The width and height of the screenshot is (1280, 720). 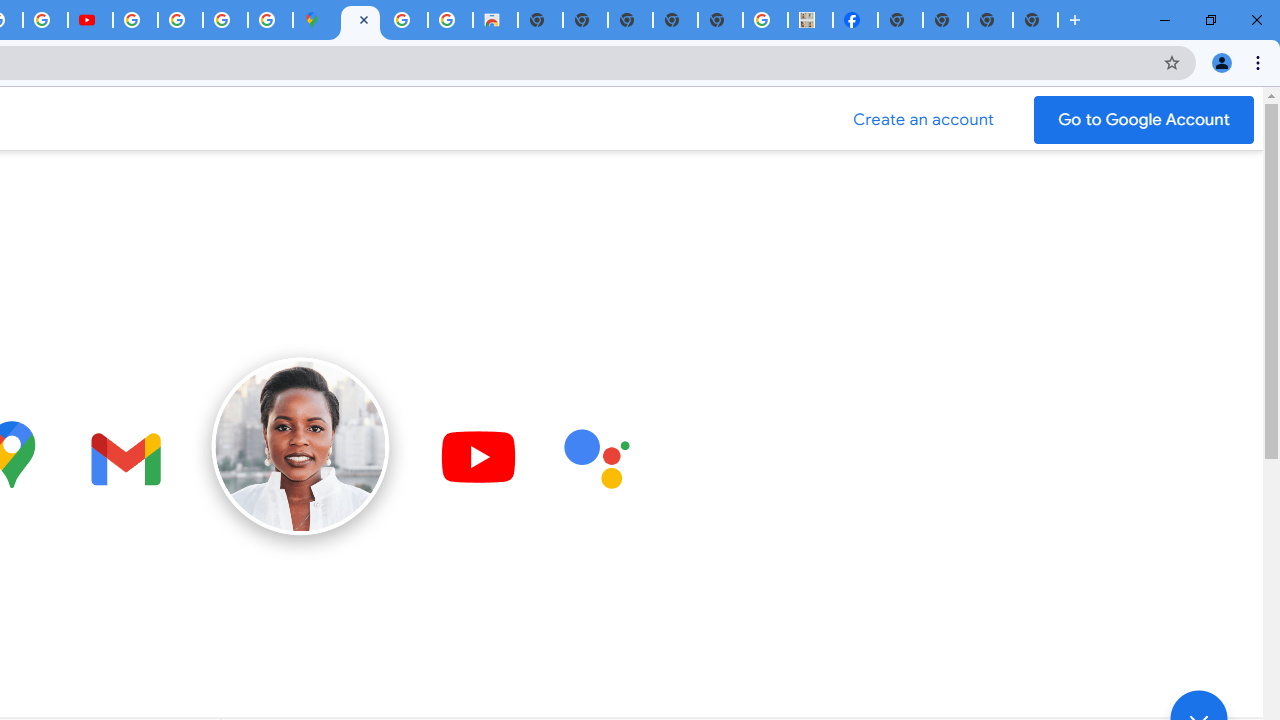 What do you see at coordinates (1209, 20) in the screenshot?
I see `'Restore'` at bounding box center [1209, 20].